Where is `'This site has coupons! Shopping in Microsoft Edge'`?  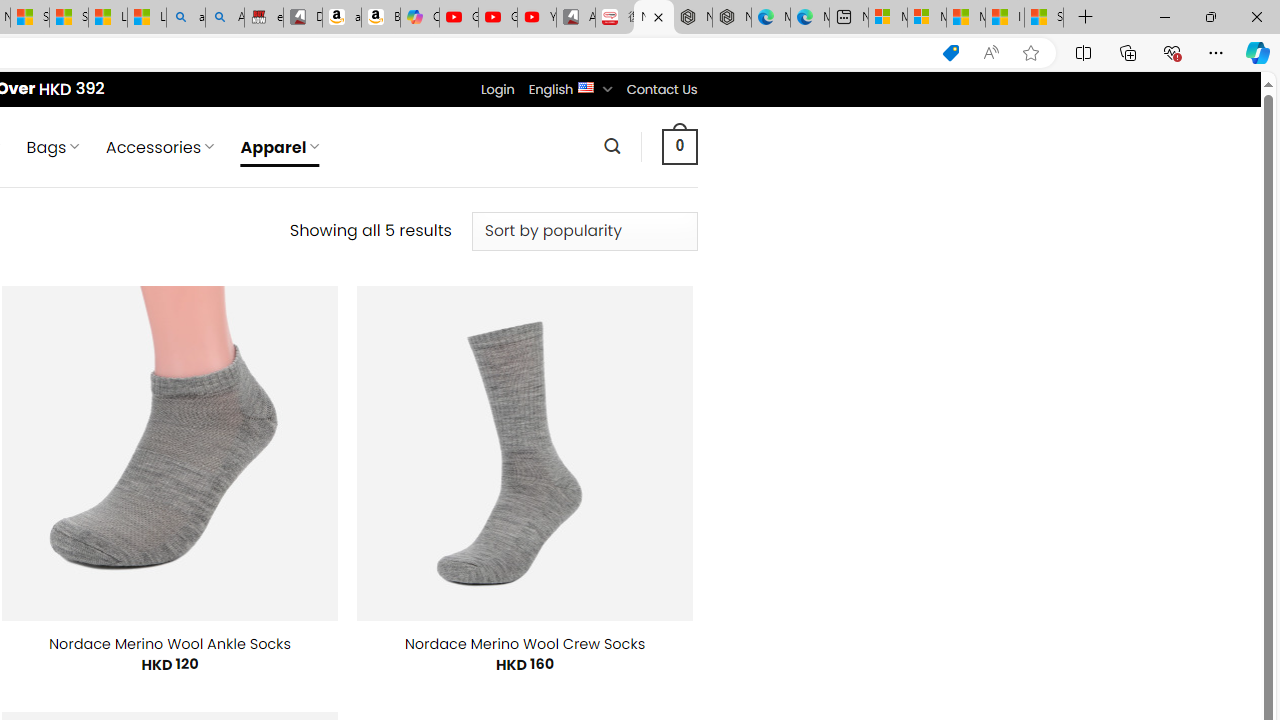 'This site has coupons! Shopping in Microsoft Edge' is located at coordinates (950, 52).